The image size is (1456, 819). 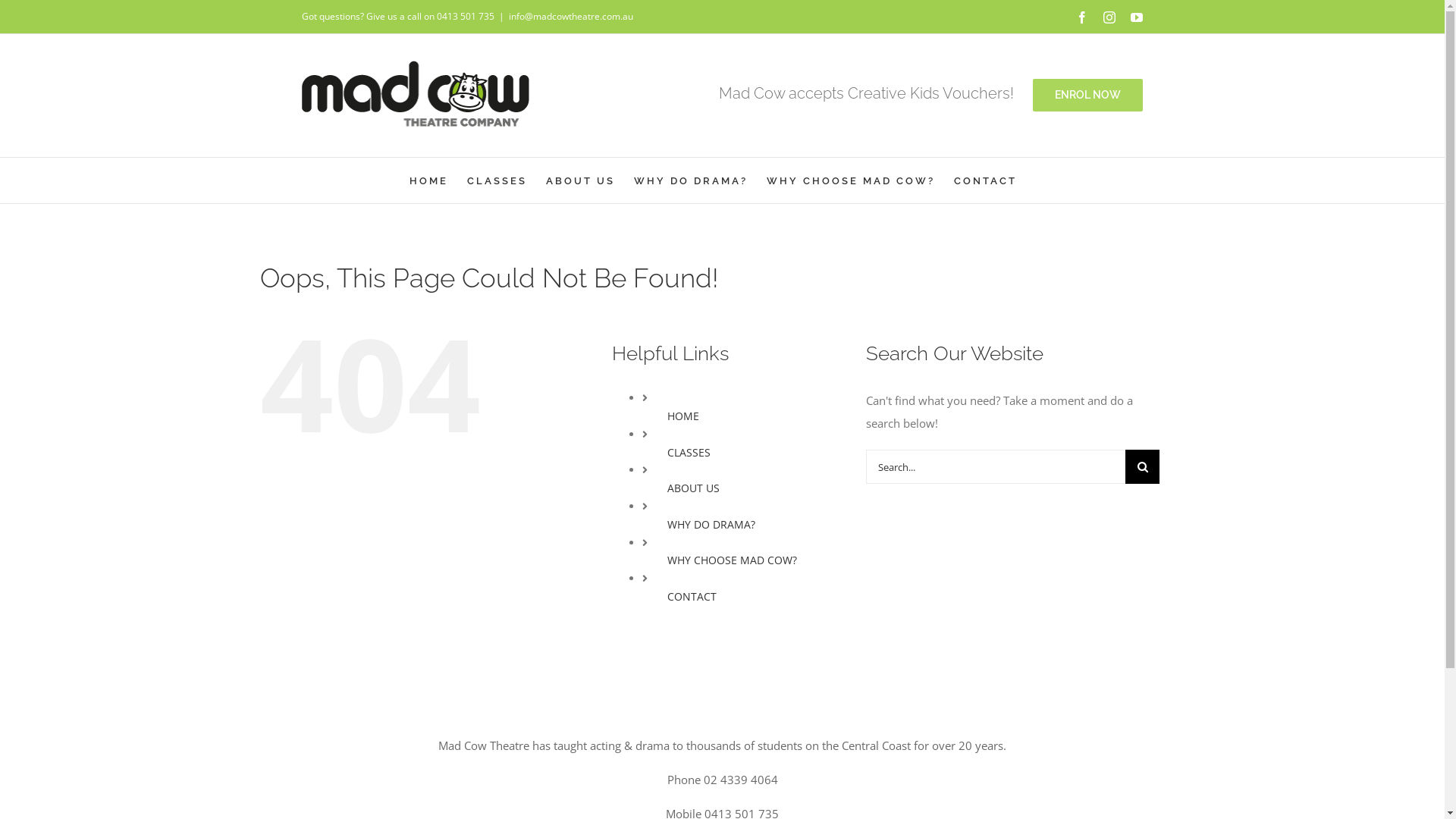 I want to click on 'Instagram', so click(x=1109, y=17).